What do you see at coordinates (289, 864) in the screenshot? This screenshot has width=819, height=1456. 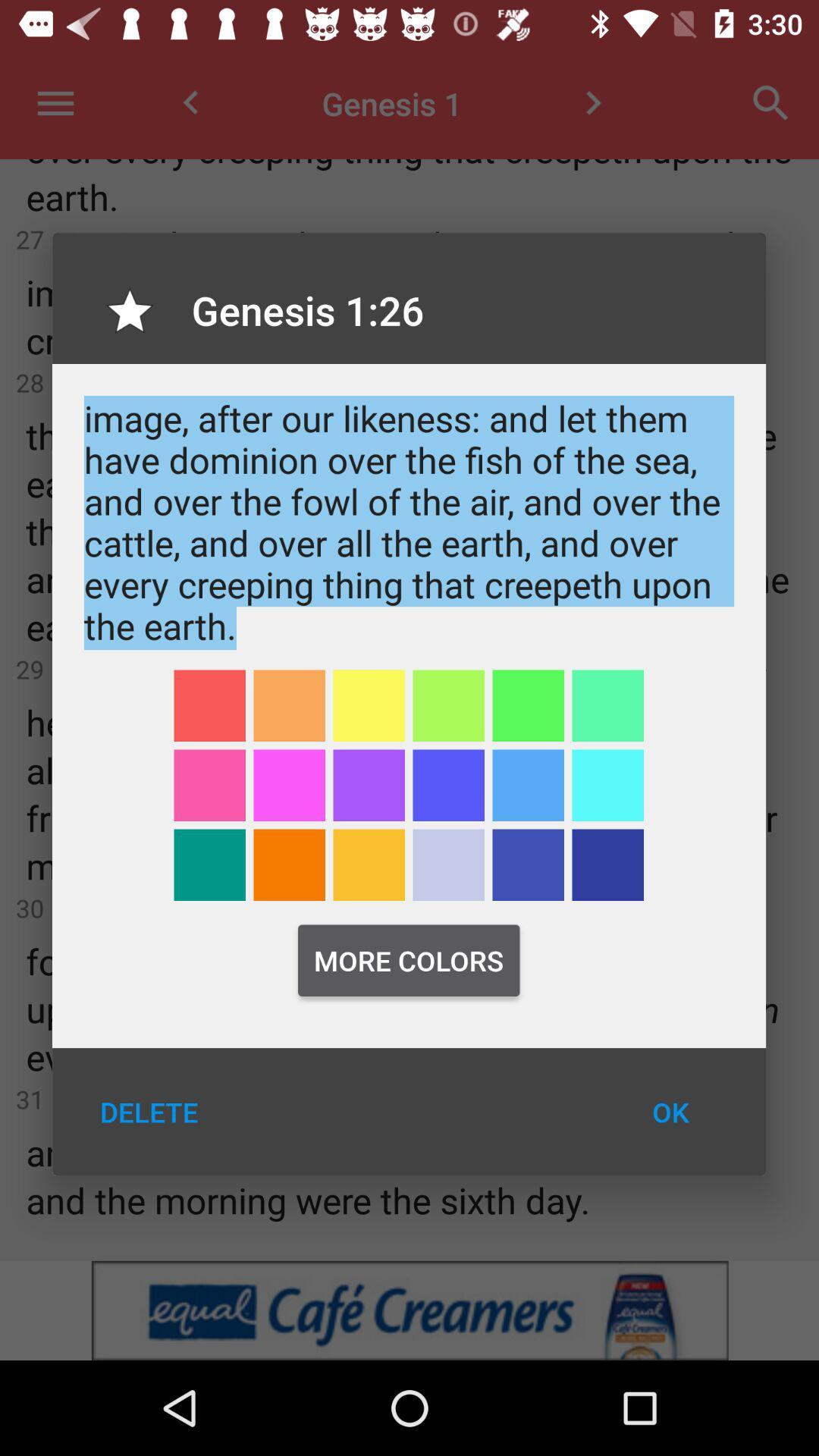 I see `orange` at bounding box center [289, 864].